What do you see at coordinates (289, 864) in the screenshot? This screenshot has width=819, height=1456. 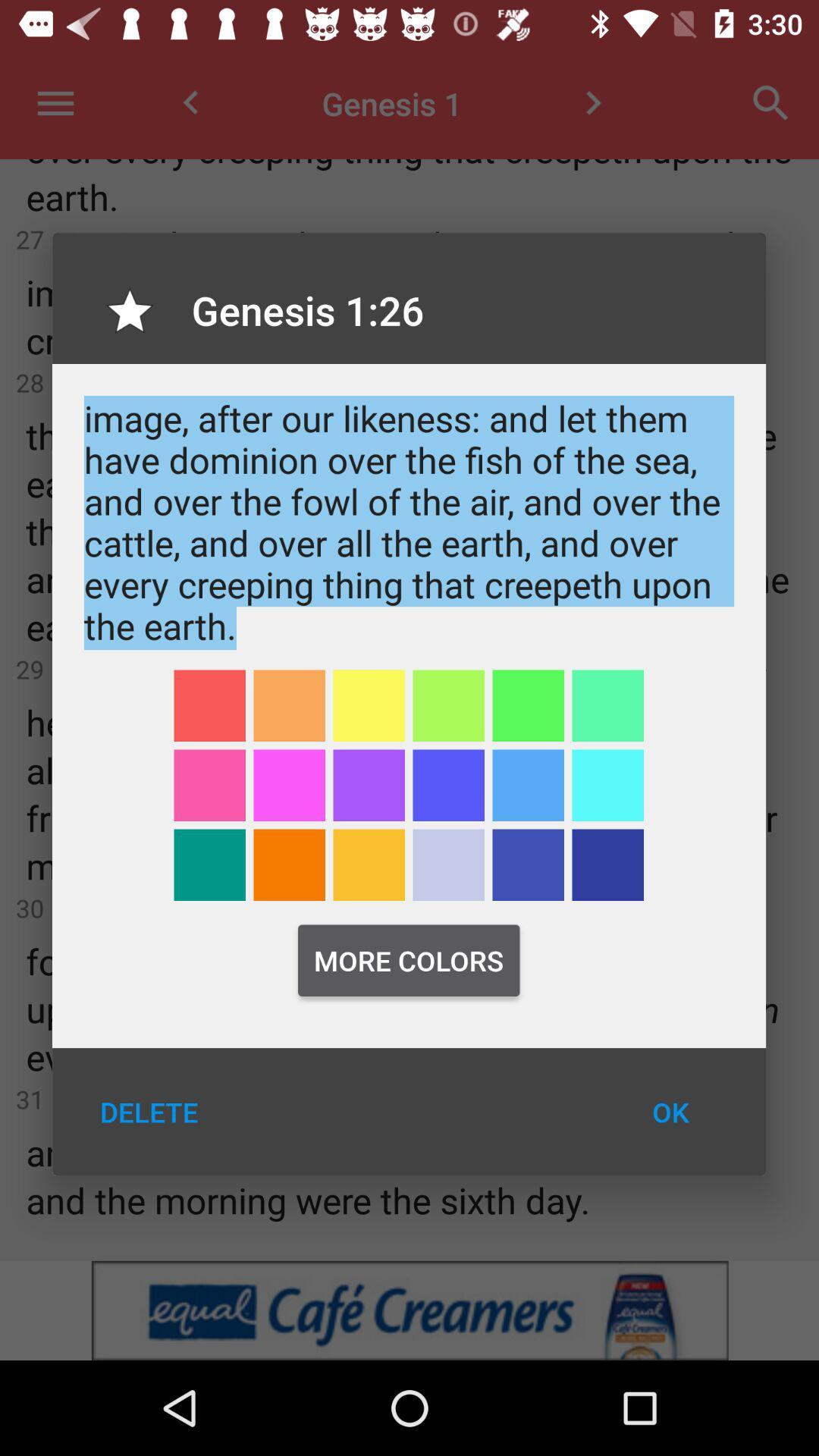 I see `orange` at bounding box center [289, 864].